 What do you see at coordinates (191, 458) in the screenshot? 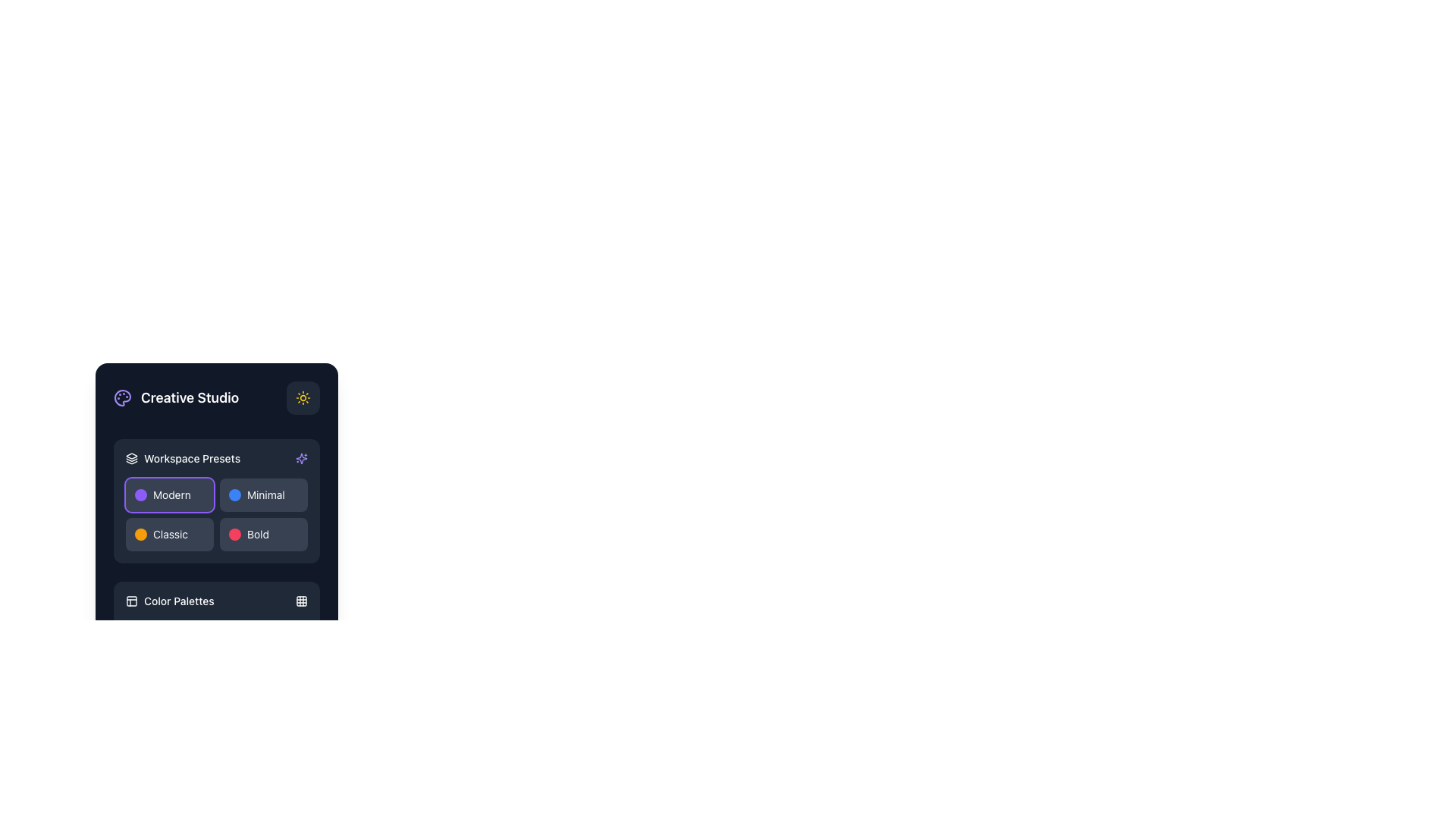
I see `the Text label that serves as a descriptive heading for the adjacent preset options, located to the right of a 'layers' icon and to the left of a small settings icon` at bounding box center [191, 458].